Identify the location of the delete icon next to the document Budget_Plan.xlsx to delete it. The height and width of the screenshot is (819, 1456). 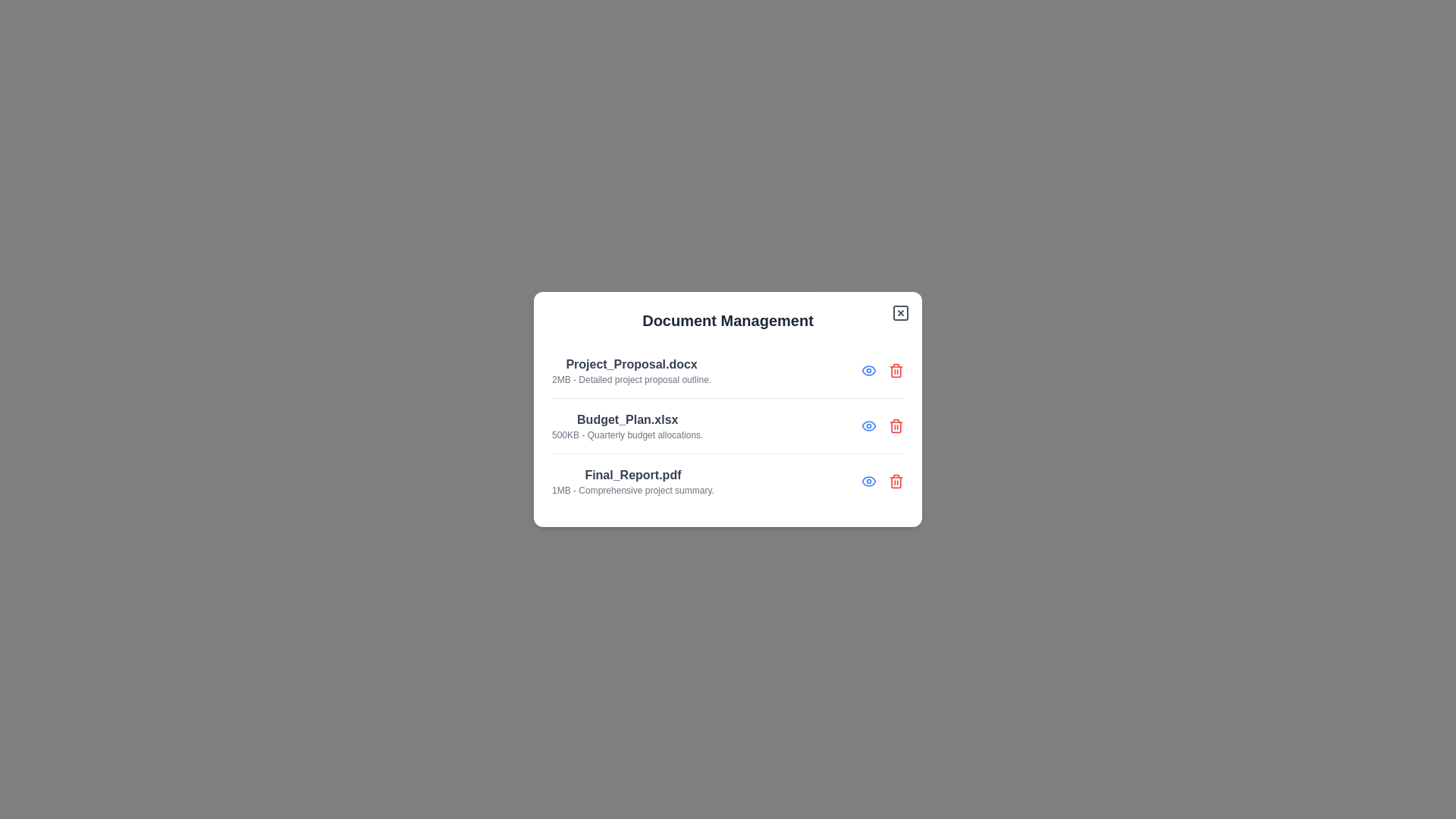
(896, 426).